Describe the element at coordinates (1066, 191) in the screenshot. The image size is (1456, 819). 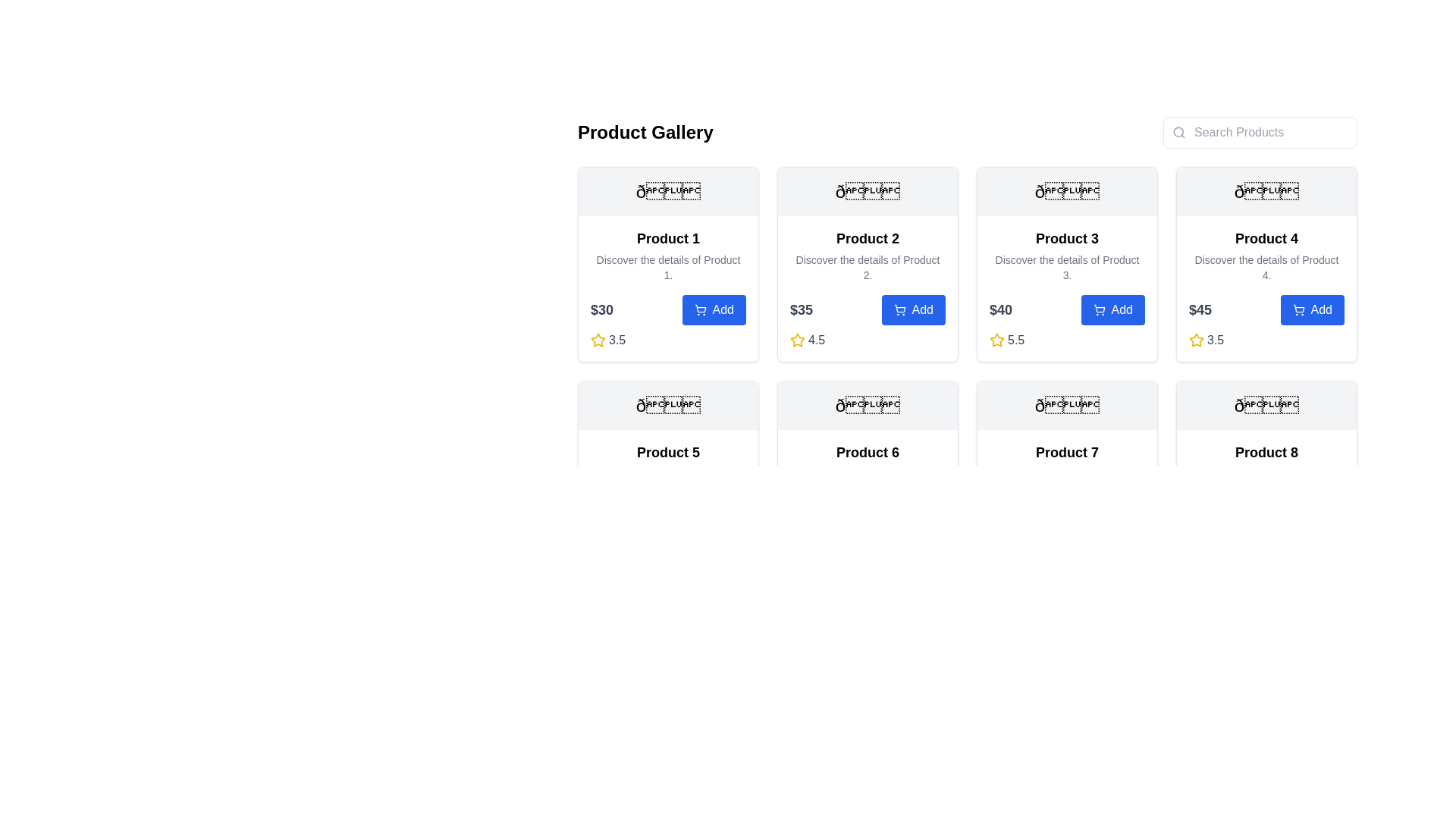
I see `the decorative icon or label for the 'Product 3' card, which serves as a visual identifier at the topmost region of the card's header section` at that location.